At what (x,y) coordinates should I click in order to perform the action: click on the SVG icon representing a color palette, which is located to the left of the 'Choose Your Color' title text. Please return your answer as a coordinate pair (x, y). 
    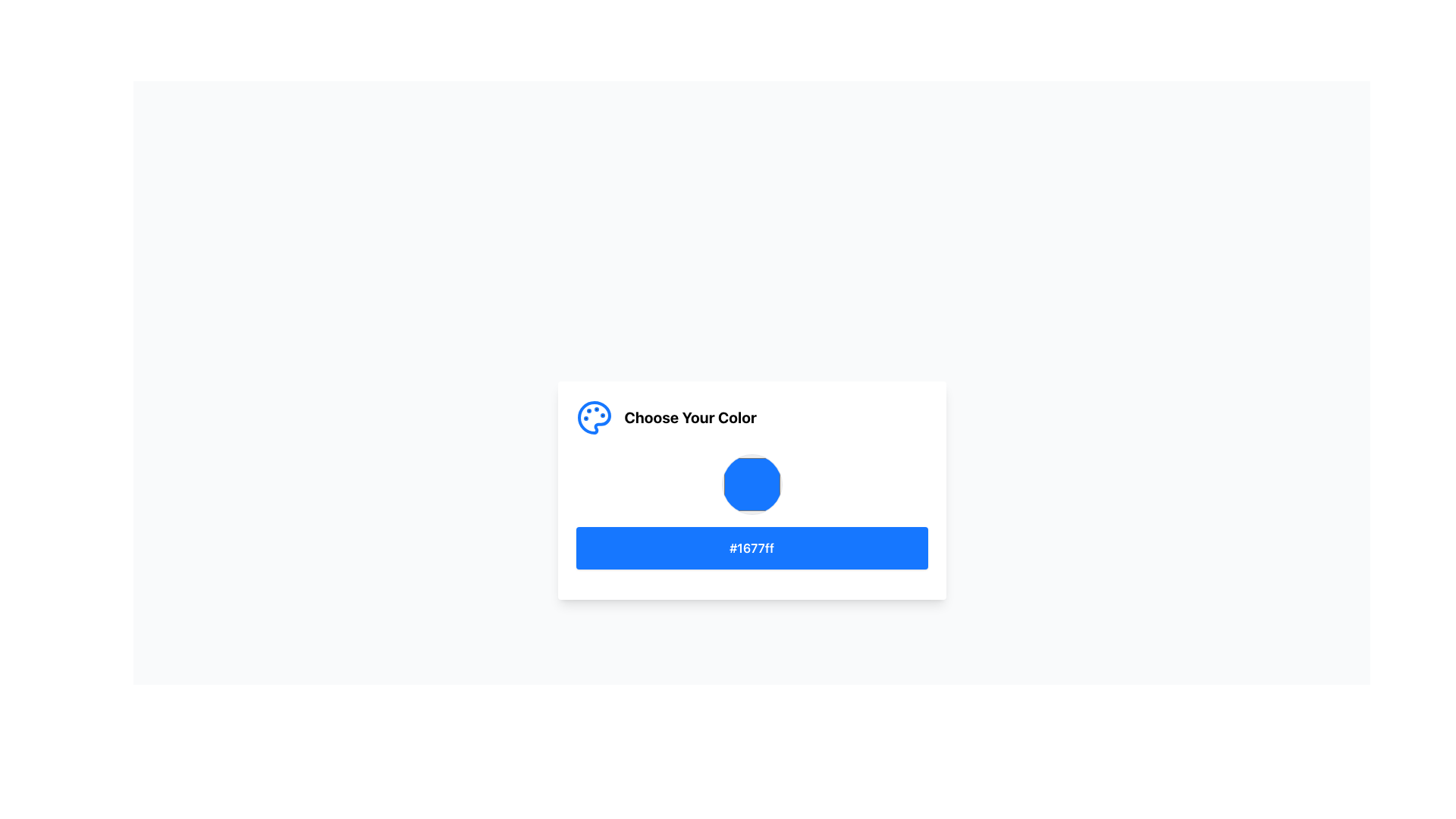
    Looking at the image, I should click on (593, 418).